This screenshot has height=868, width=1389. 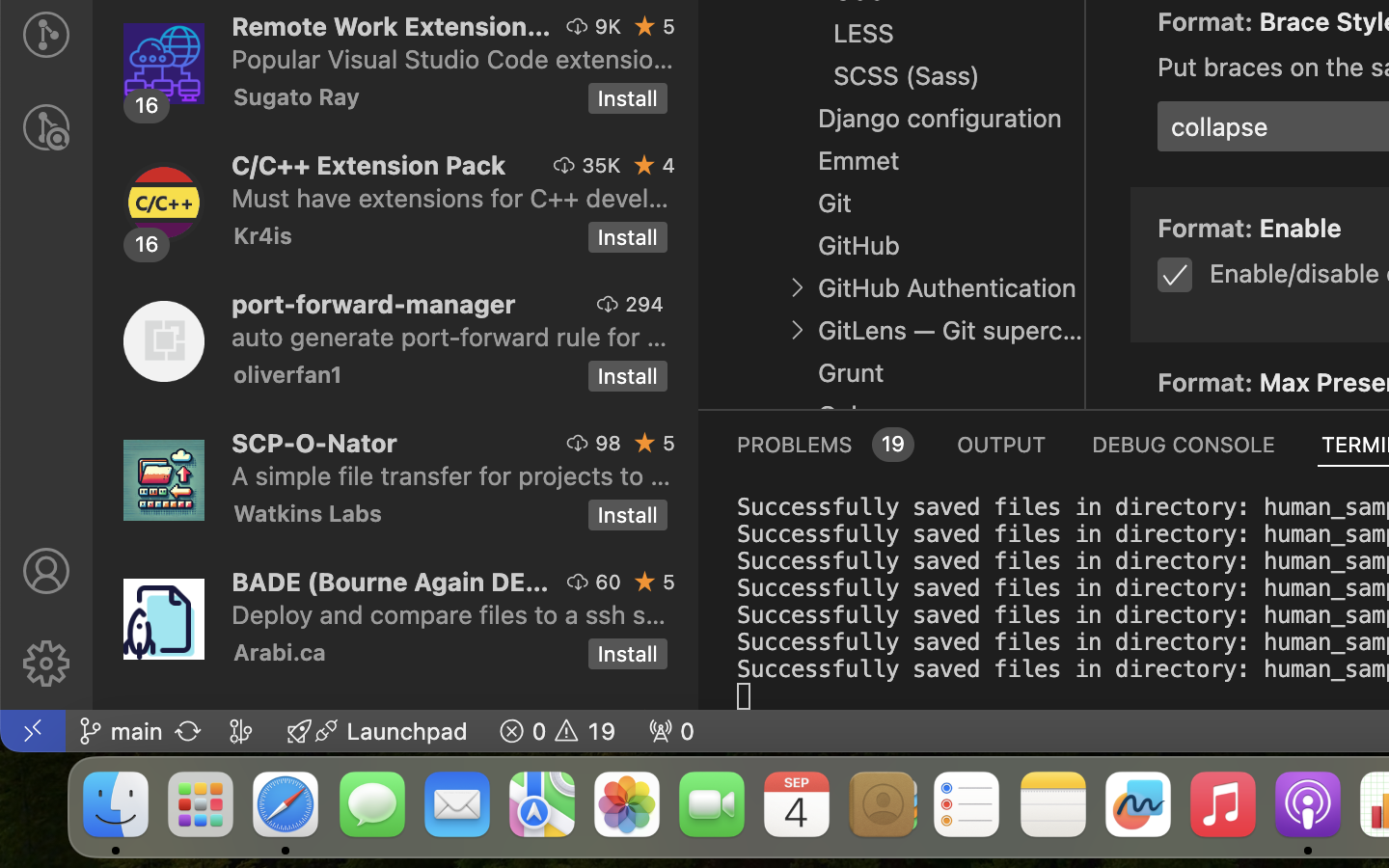 What do you see at coordinates (451, 475) in the screenshot?
I see `'A simple file transfer for projects to and from servers suporting scp (ssh file transfer).'` at bounding box center [451, 475].